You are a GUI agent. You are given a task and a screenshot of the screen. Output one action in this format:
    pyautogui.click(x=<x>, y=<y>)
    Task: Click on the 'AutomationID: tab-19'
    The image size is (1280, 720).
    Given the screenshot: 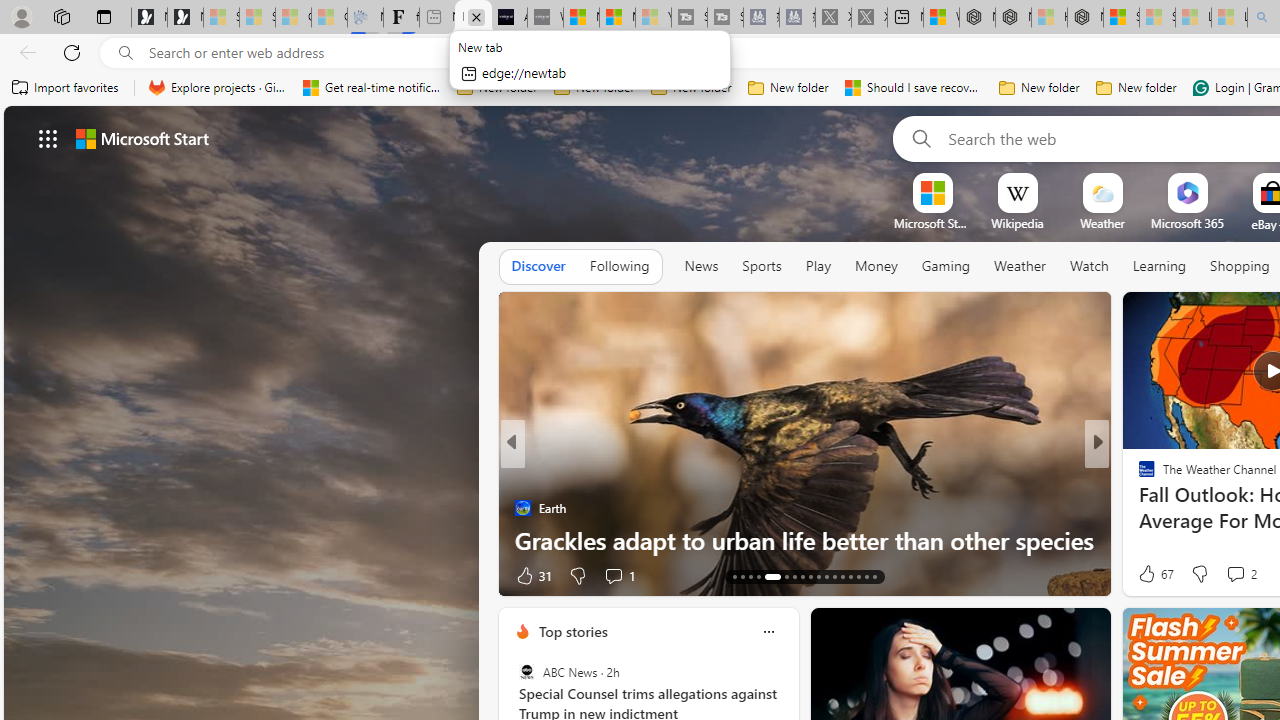 What is the action you would take?
    pyautogui.click(x=749, y=577)
    